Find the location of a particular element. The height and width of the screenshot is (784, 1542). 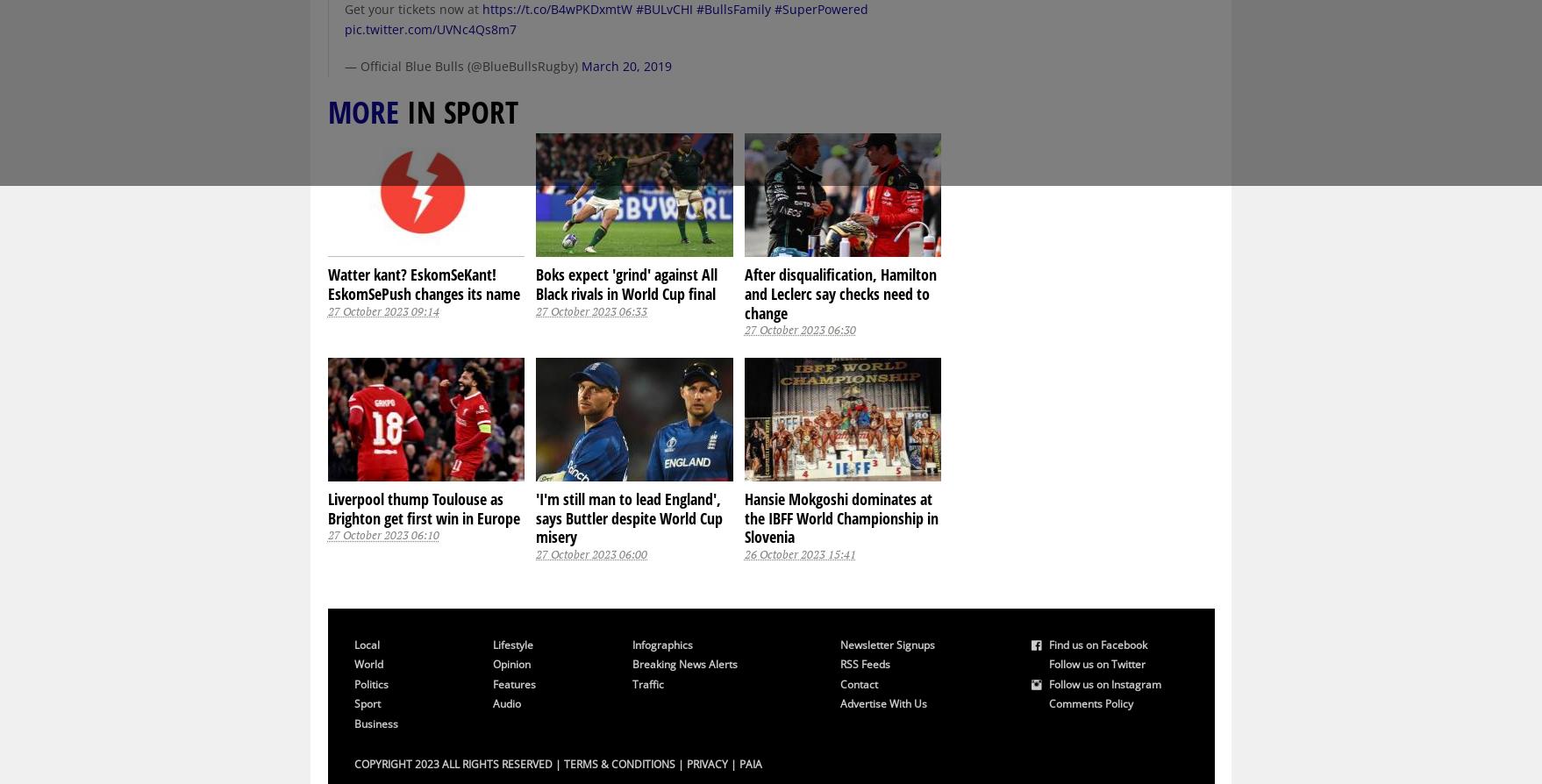

'Newsletter Signups' is located at coordinates (839, 643).